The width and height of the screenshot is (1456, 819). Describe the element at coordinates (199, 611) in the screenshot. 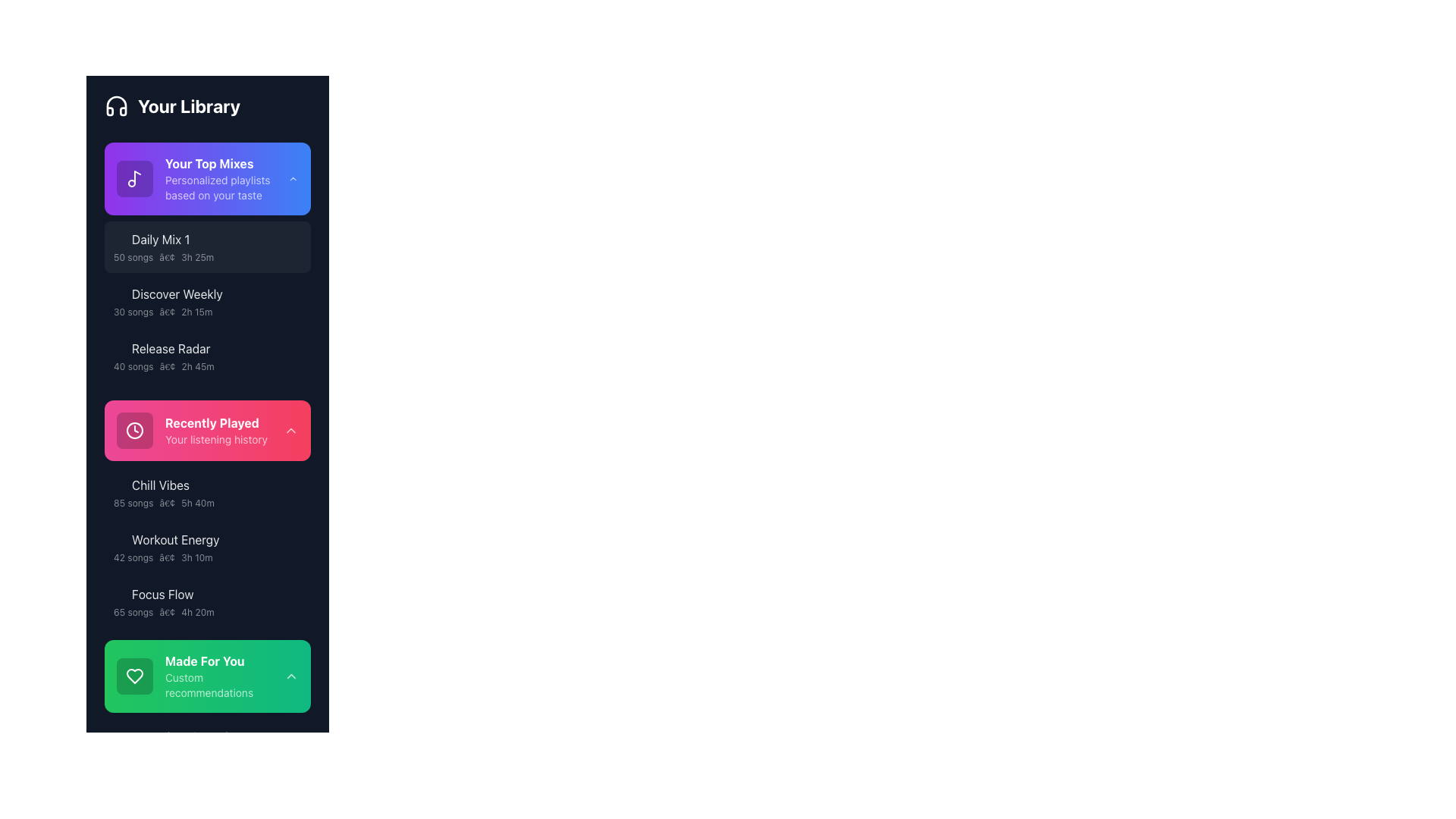

I see `metadata information display located beneath the 'Focus Flow' title, which shows the total number of songs and the combined duration of the playlist` at that location.